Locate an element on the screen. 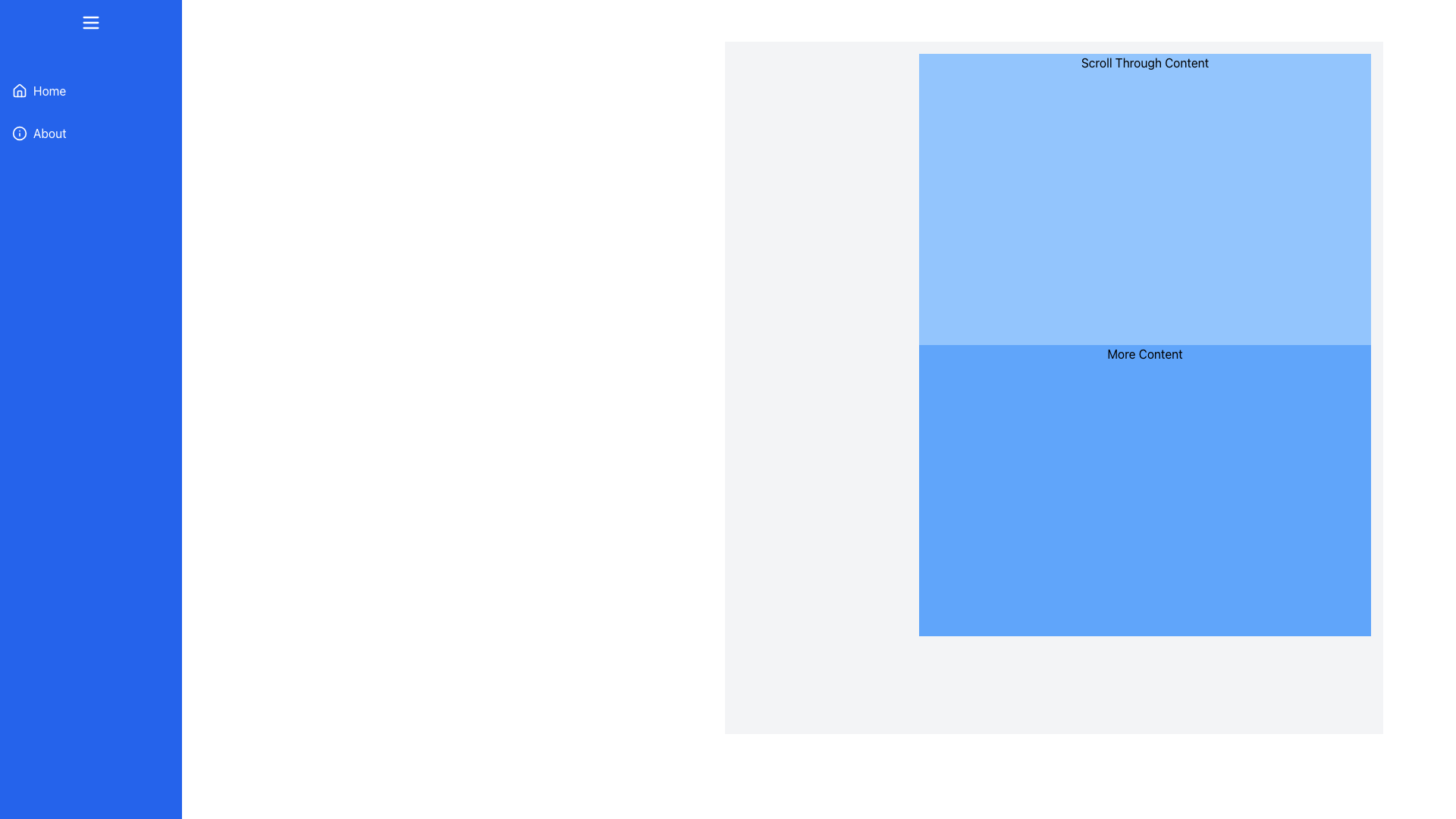  the circular blue outlined SVG icon representing the information symbol located next to the 'About' text in the left sidebar menu is located at coordinates (19, 133).